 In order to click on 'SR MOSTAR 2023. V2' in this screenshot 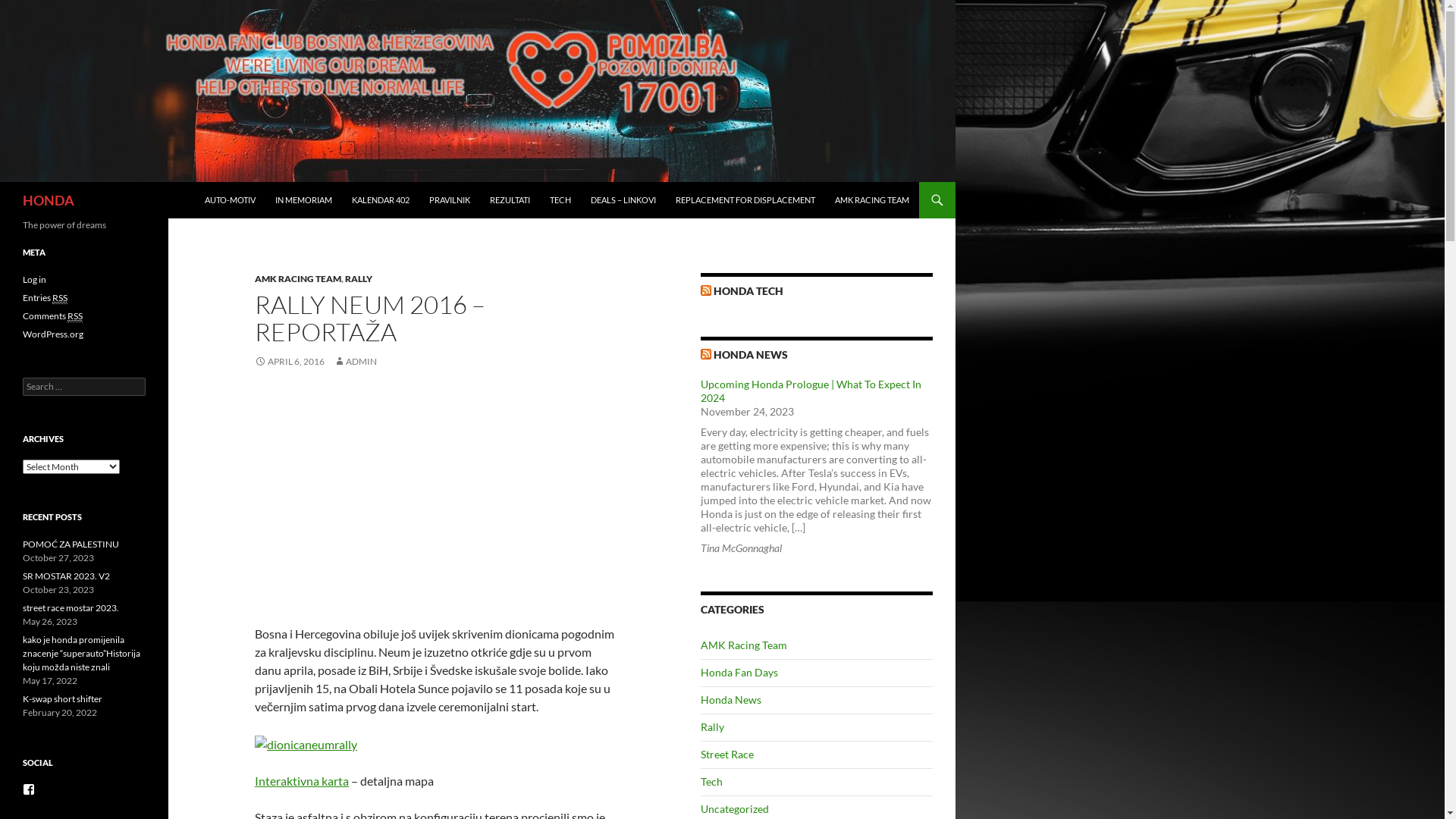, I will do `click(22, 576)`.